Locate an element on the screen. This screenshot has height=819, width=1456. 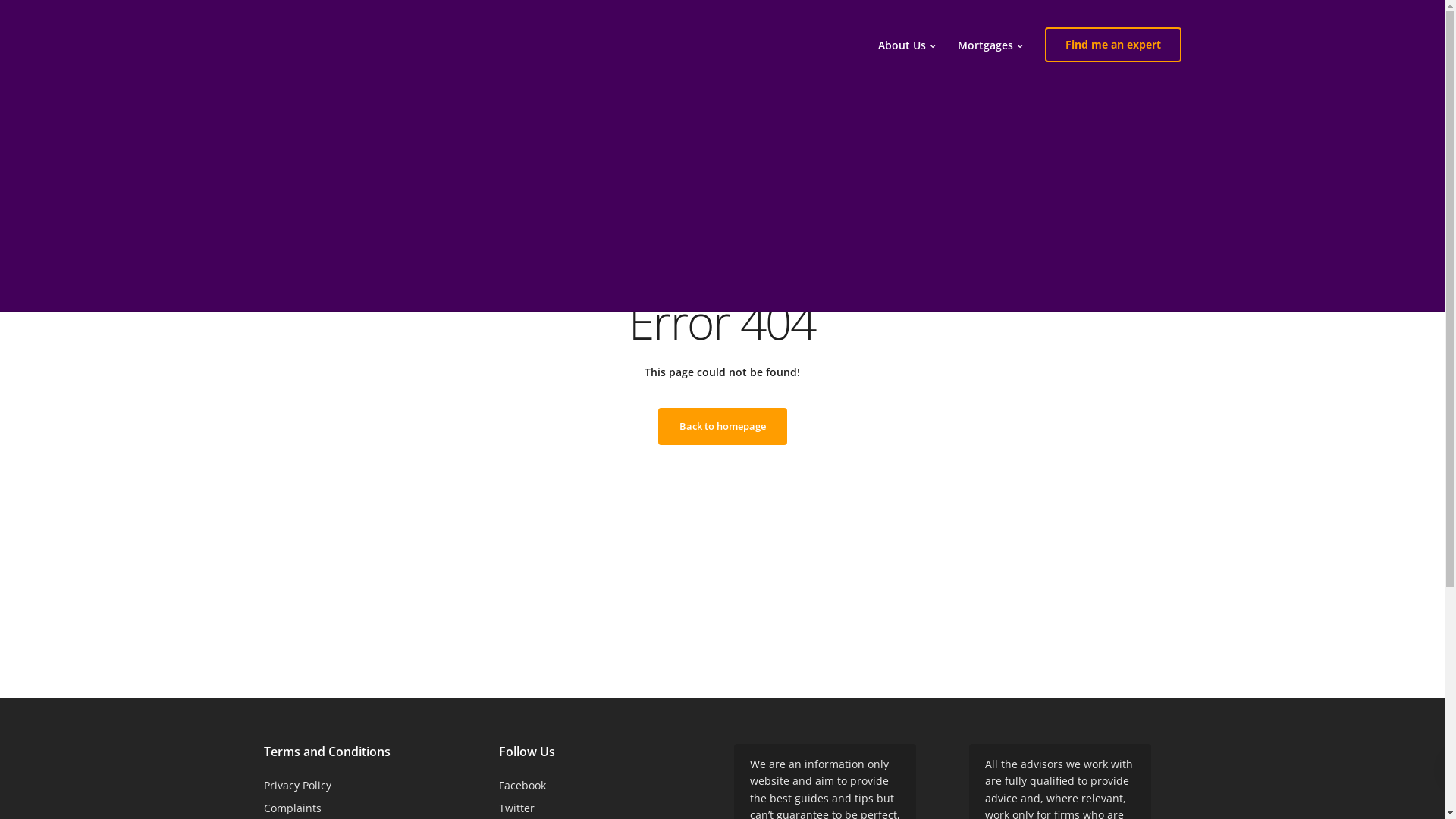
'Facebook' is located at coordinates (498, 785).